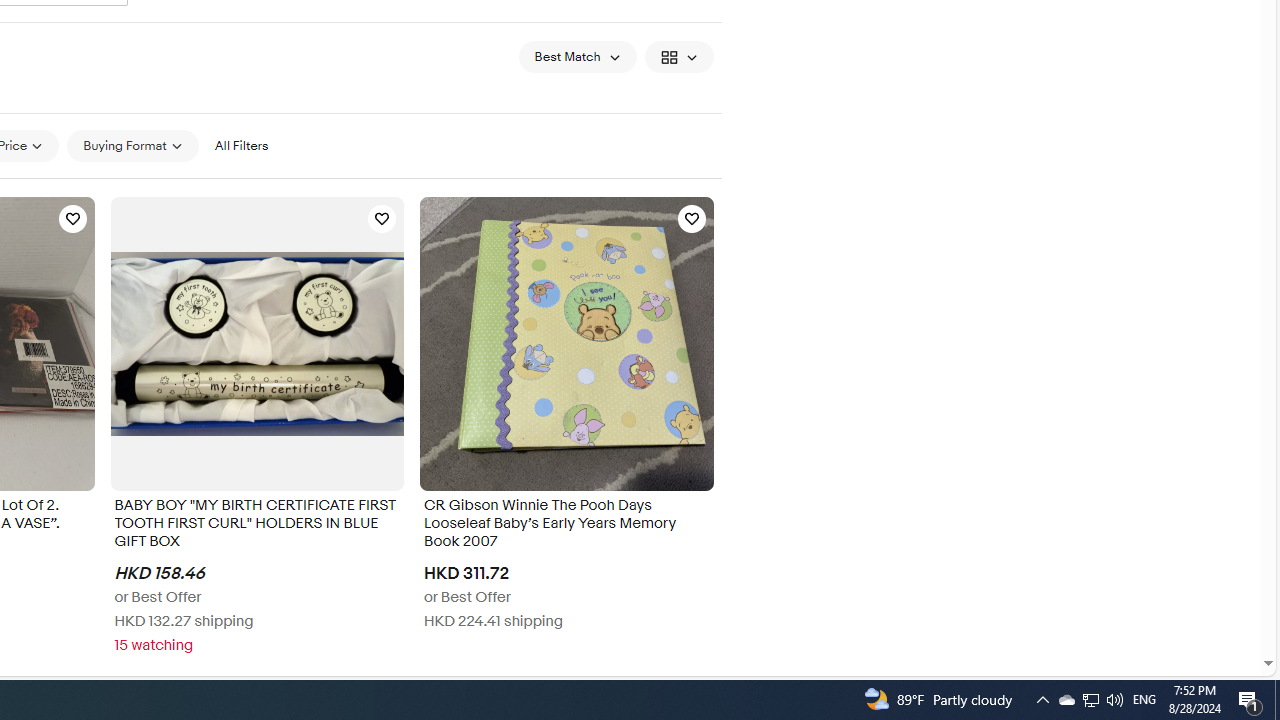  What do you see at coordinates (576, 55) in the screenshot?
I see `'Sort: Best Match'` at bounding box center [576, 55].